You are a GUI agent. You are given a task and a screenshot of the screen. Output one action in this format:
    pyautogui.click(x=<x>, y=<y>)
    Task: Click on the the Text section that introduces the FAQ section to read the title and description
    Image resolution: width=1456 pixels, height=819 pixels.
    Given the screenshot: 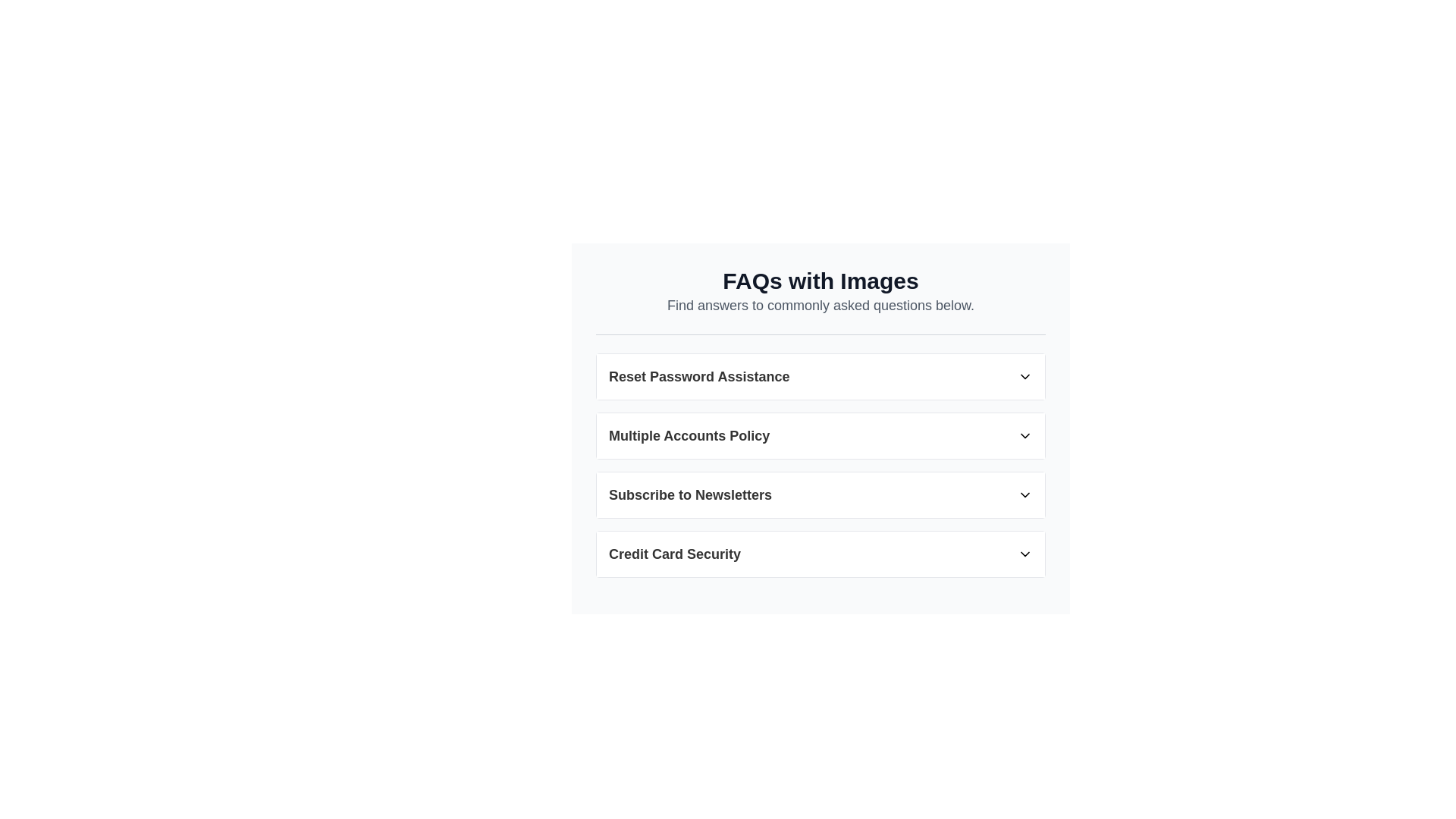 What is the action you would take?
    pyautogui.click(x=820, y=301)
    